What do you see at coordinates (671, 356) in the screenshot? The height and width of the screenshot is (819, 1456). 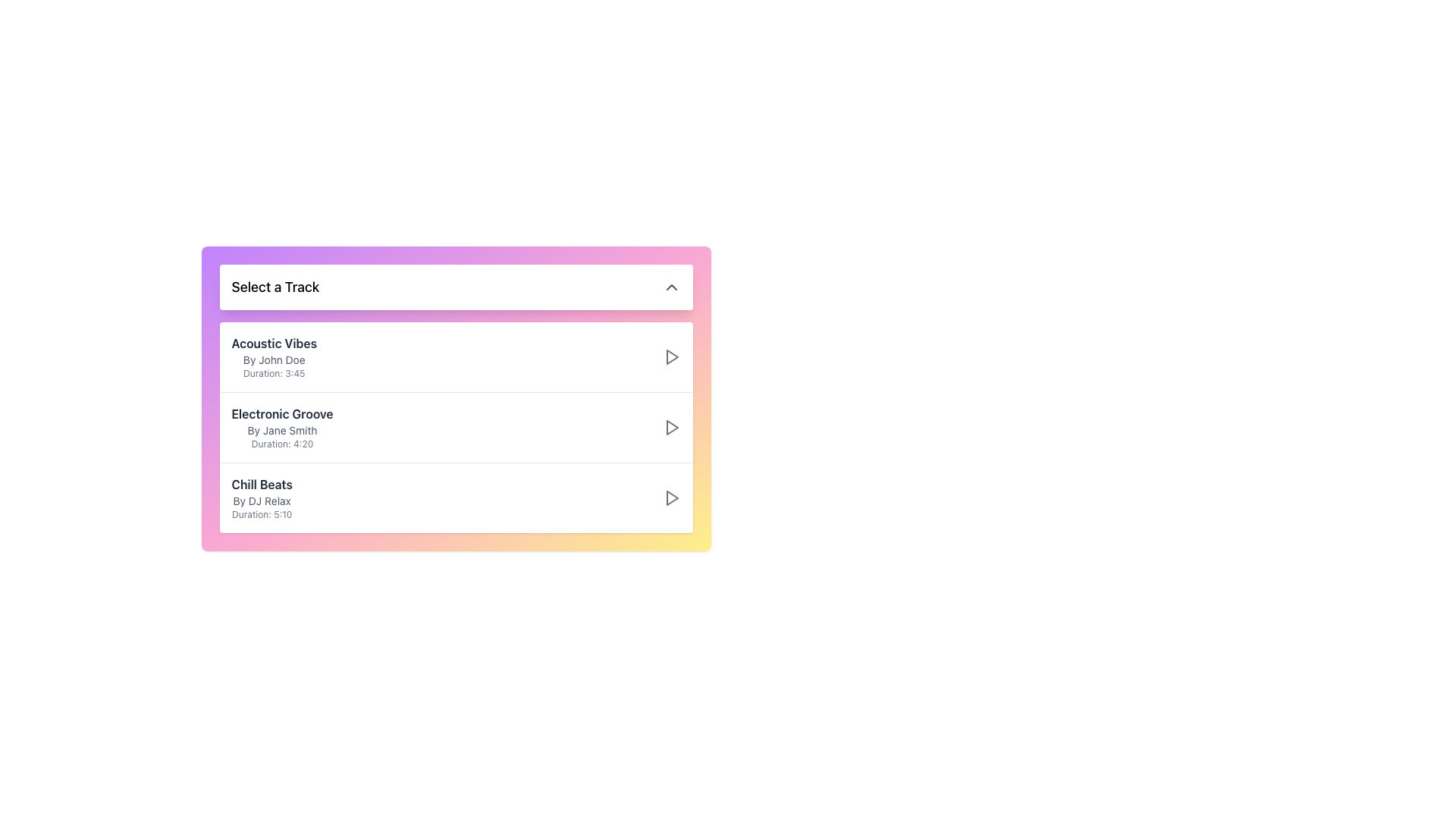 I see `the play button icon located at the far right of the 'Electronic Groove' track to initiate playback` at bounding box center [671, 356].